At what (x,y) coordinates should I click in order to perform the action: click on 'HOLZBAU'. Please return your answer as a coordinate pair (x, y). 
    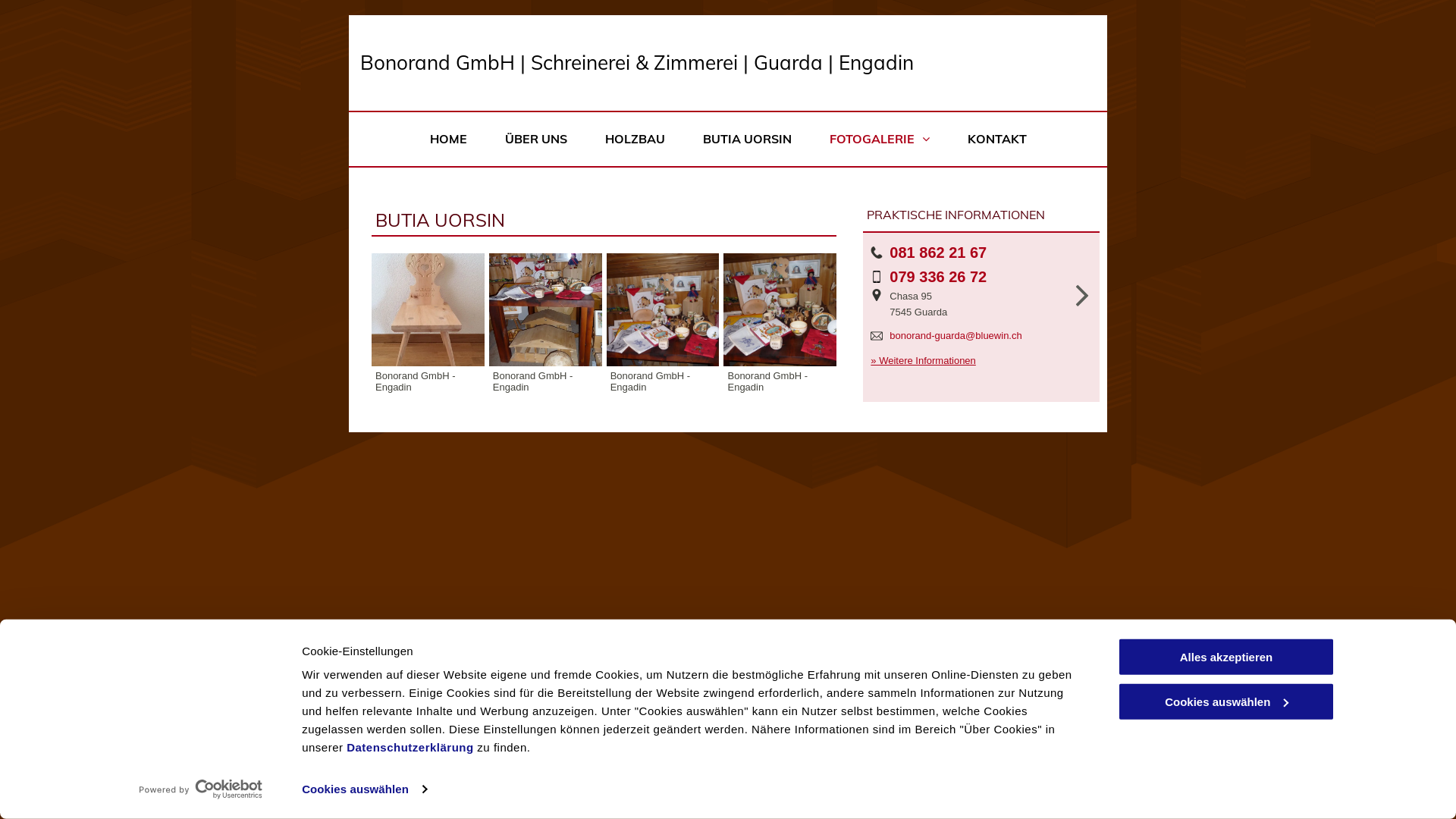
    Looking at the image, I should click on (634, 139).